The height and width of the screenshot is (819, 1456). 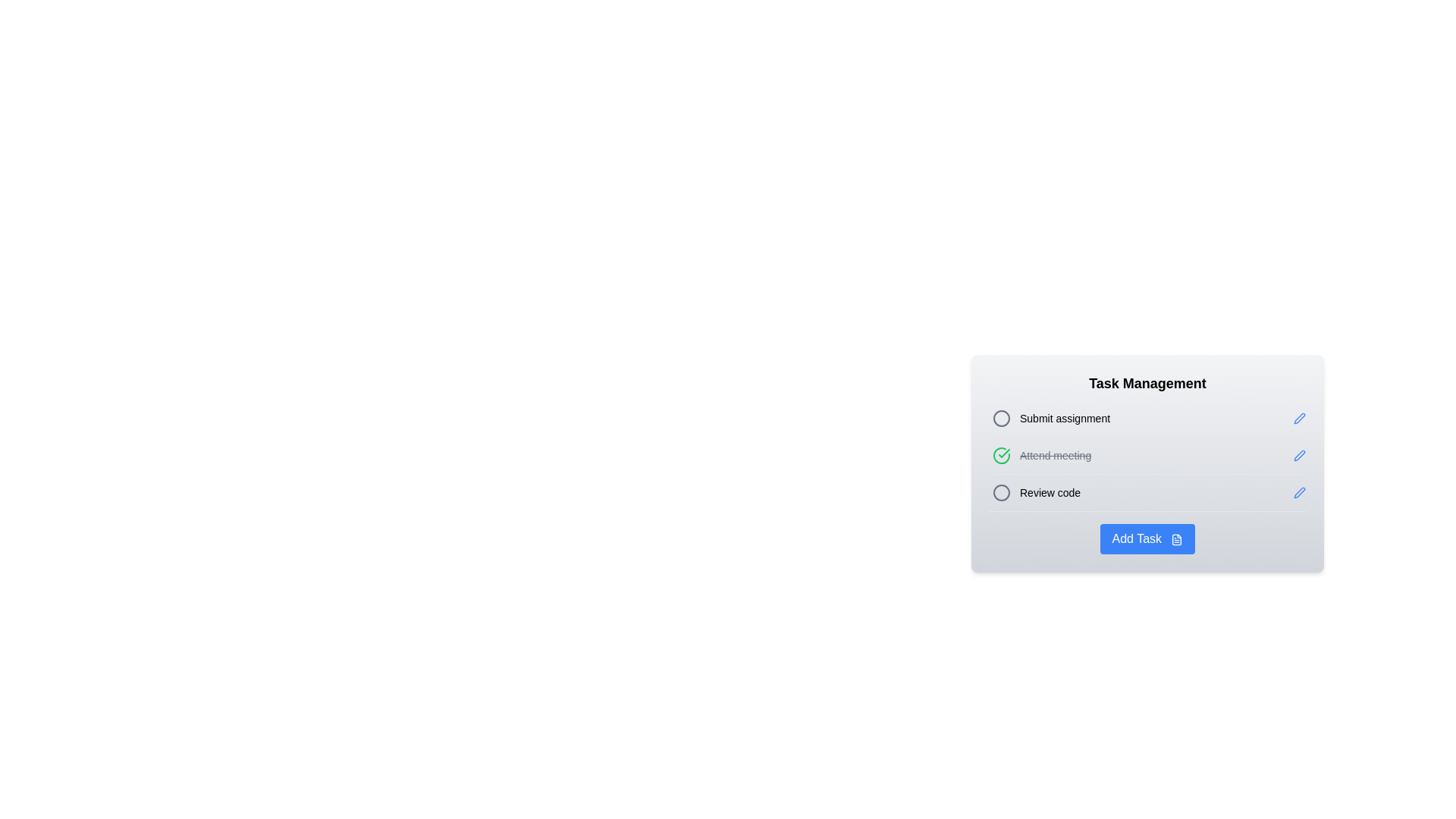 What do you see at coordinates (1001, 493) in the screenshot?
I see `the circular icon, which is an unselected checkbox located to the left of the 'Review code' label` at bounding box center [1001, 493].